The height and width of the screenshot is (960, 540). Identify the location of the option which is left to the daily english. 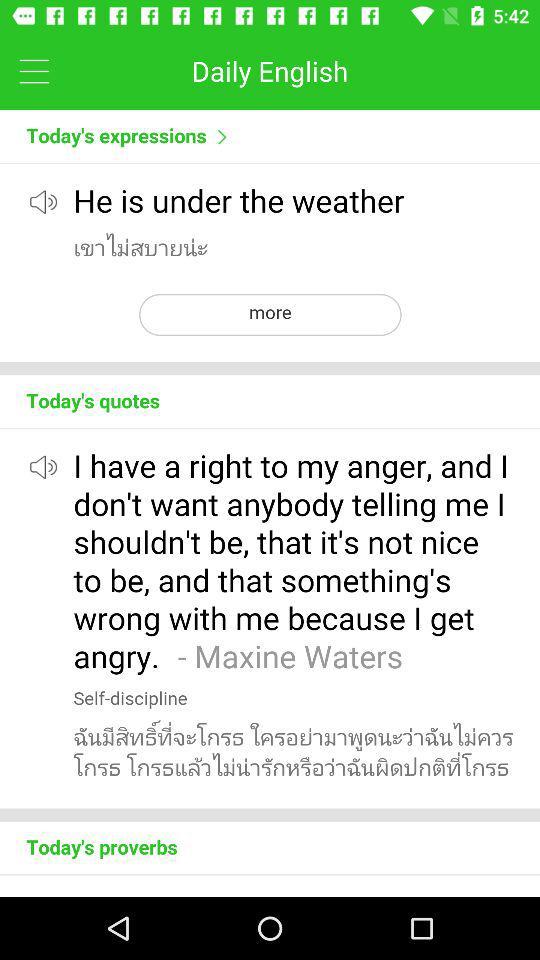
(33, 71).